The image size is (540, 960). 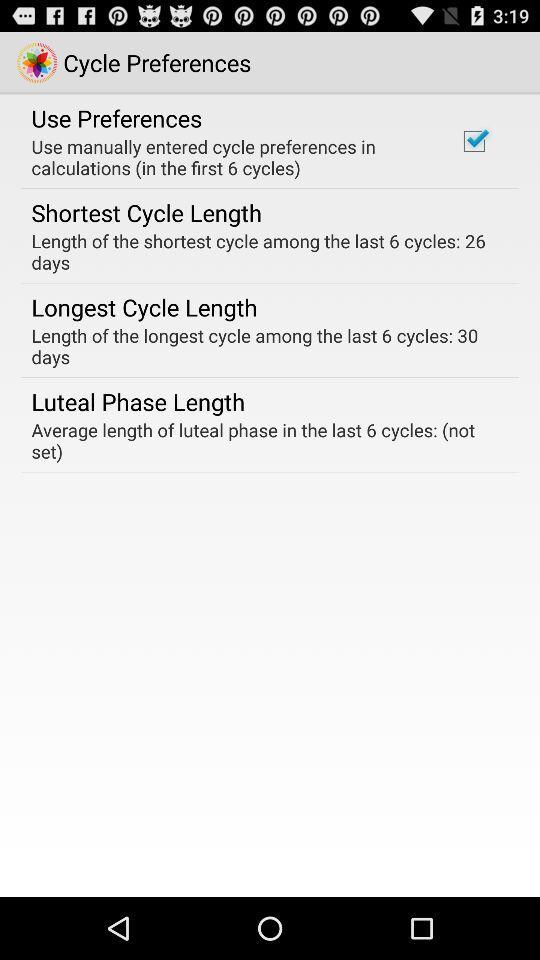 What do you see at coordinates (473, 140) in the screenshot?
I see `item above the length of the icon` at bounding box center [473, 140].